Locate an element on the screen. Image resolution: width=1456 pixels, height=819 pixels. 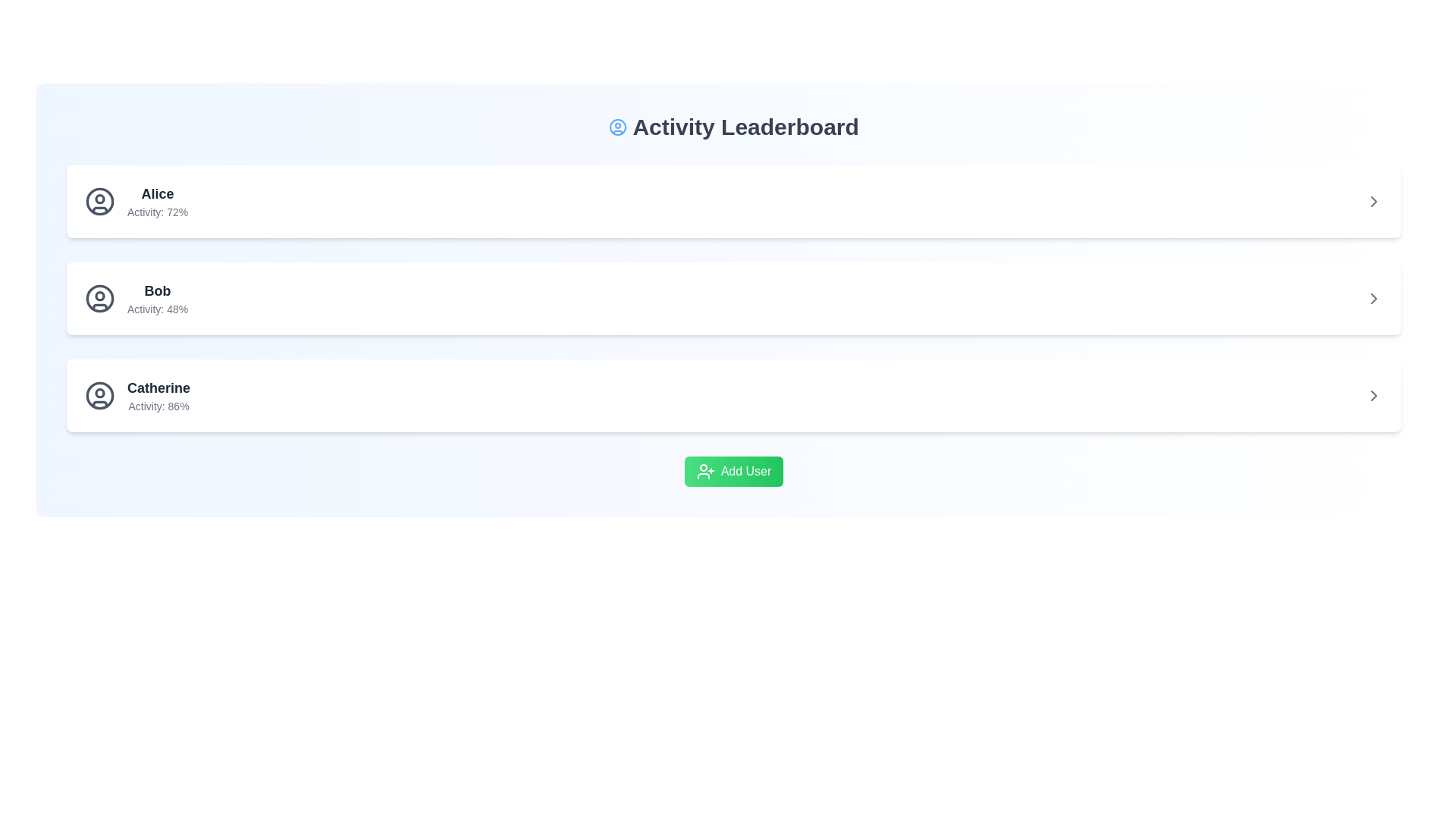
the circular visual indicator associated with the user entry for Alice, located within the avatar icon on the left side of the entry is located at coordinates (99, 198).